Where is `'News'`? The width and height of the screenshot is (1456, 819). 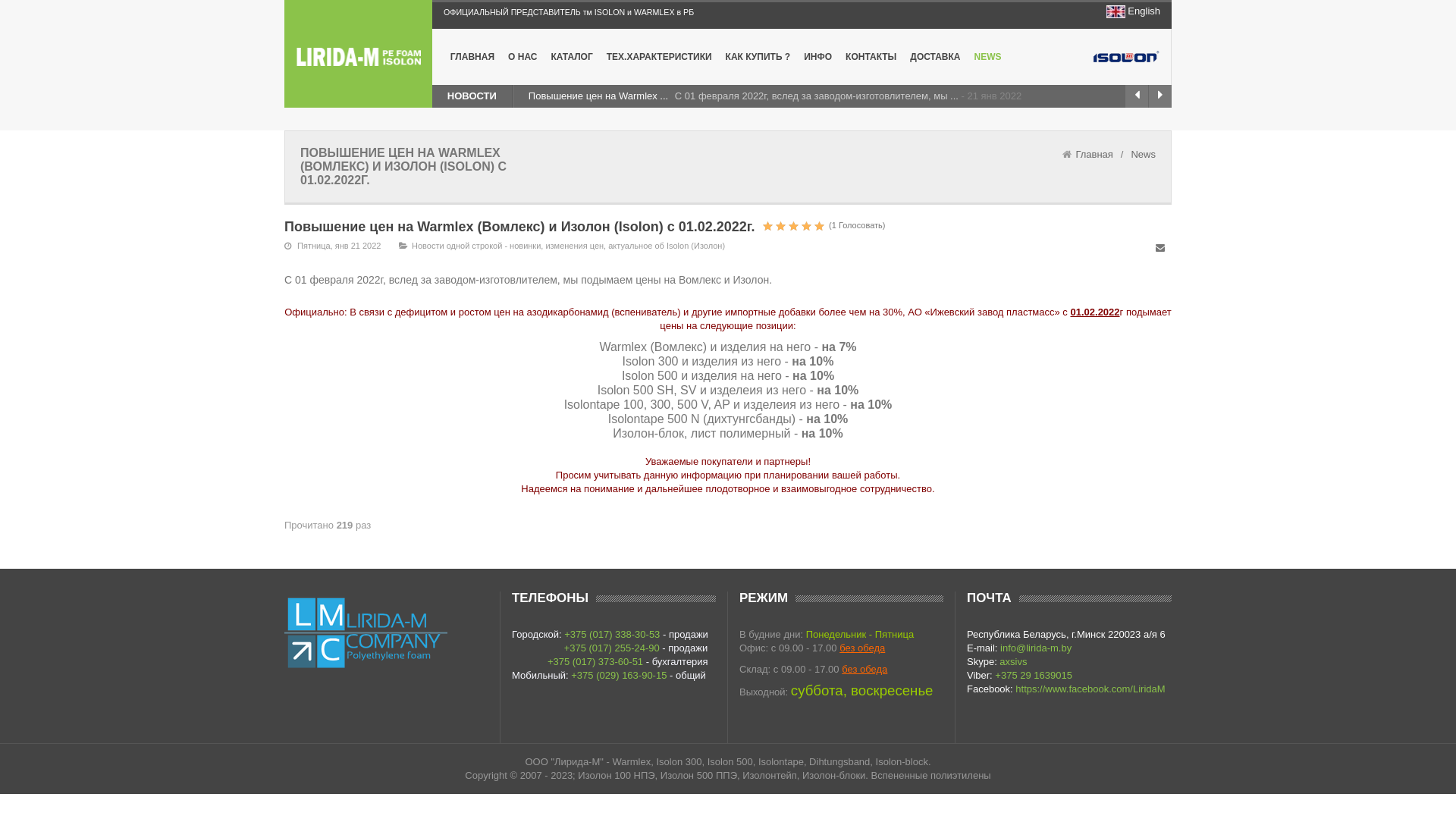
'News' is located at coordinates (1143, 154).